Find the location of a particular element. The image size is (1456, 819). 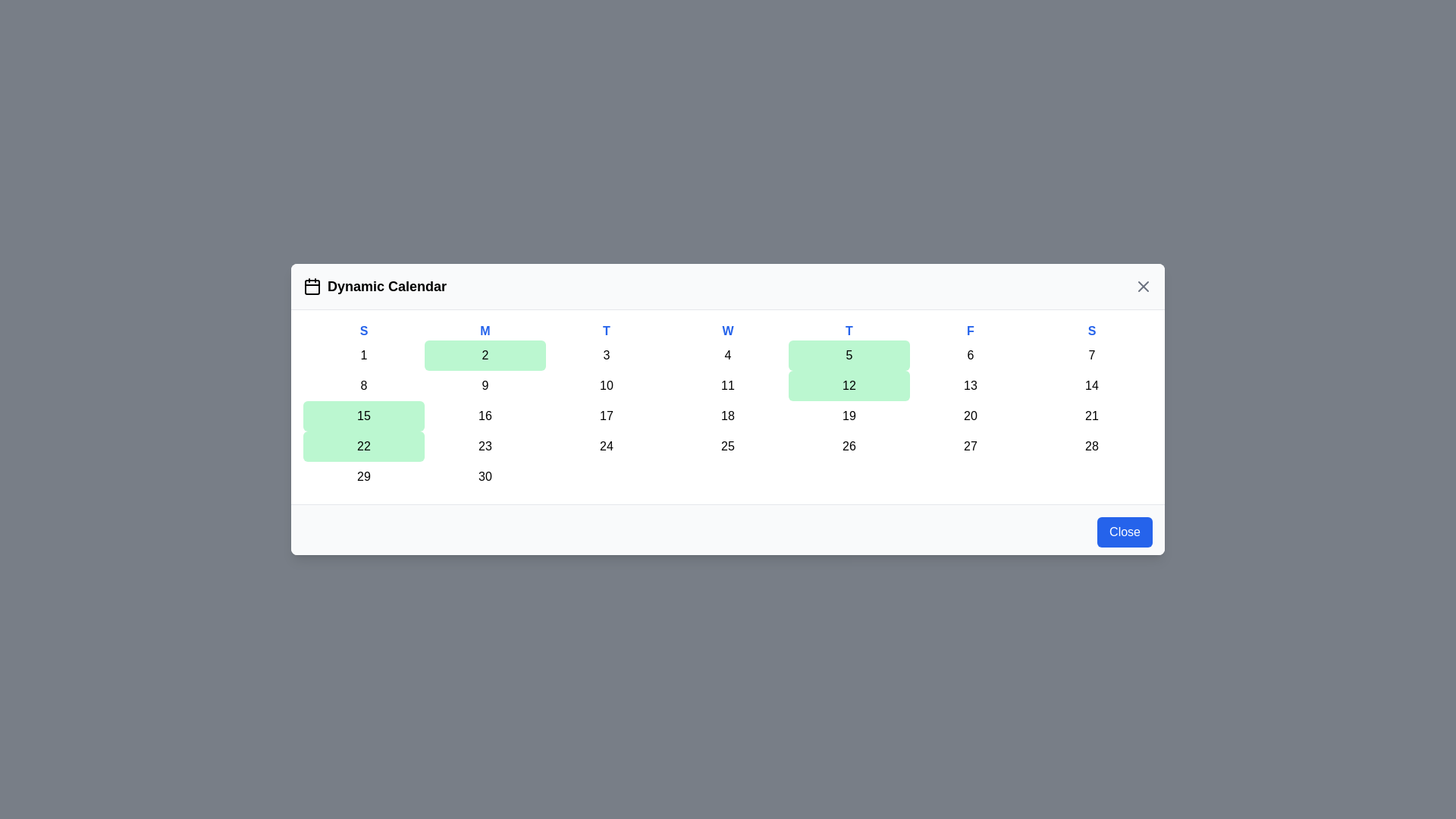

the day cell corresponding to 10 is located at coordinates (607, 385).